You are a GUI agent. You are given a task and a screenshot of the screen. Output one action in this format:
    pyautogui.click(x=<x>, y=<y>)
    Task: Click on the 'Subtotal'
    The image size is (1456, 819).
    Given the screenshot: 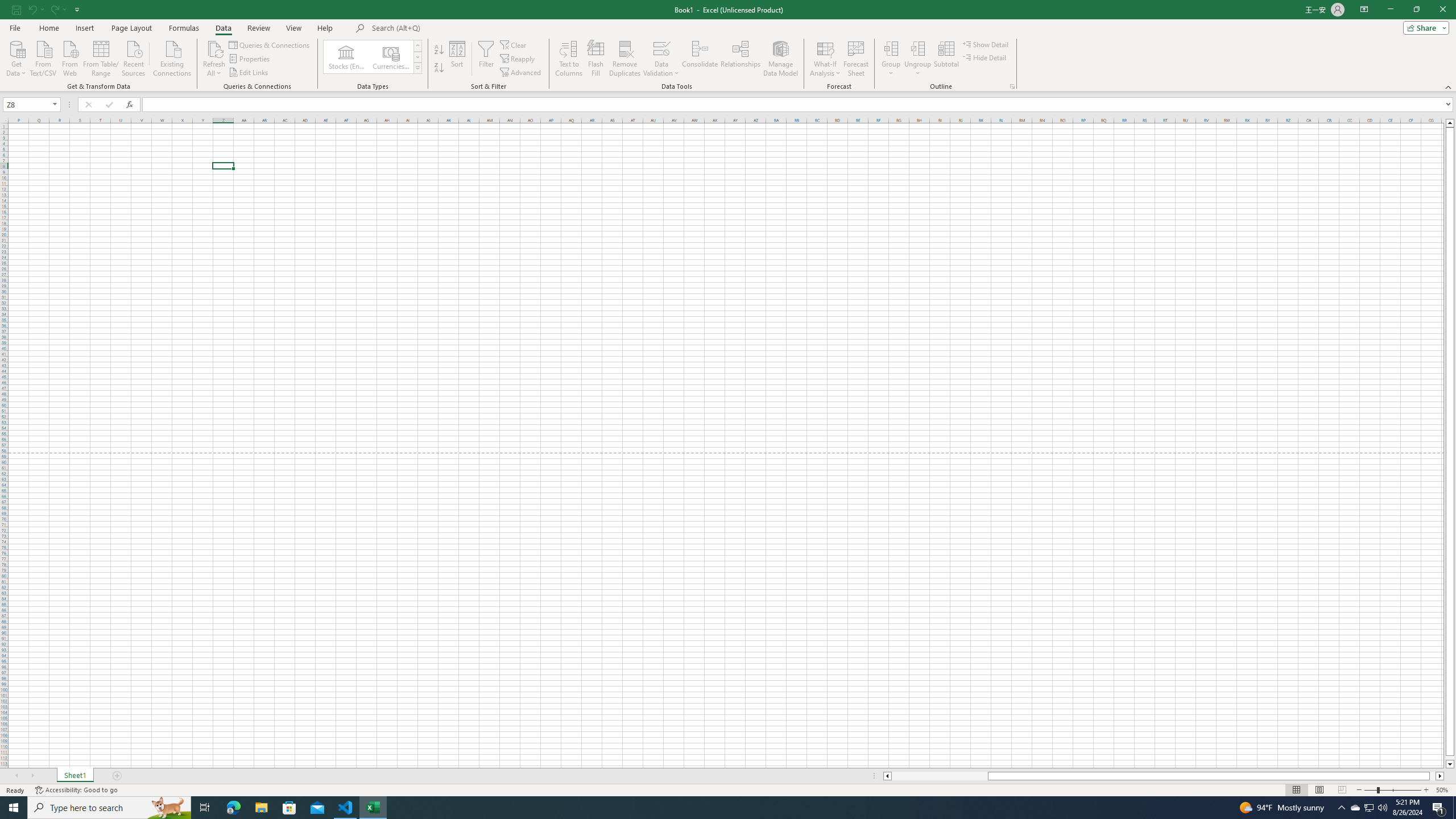 What is the action you would take?
    pyautogui.click(x=946, y=59)
    